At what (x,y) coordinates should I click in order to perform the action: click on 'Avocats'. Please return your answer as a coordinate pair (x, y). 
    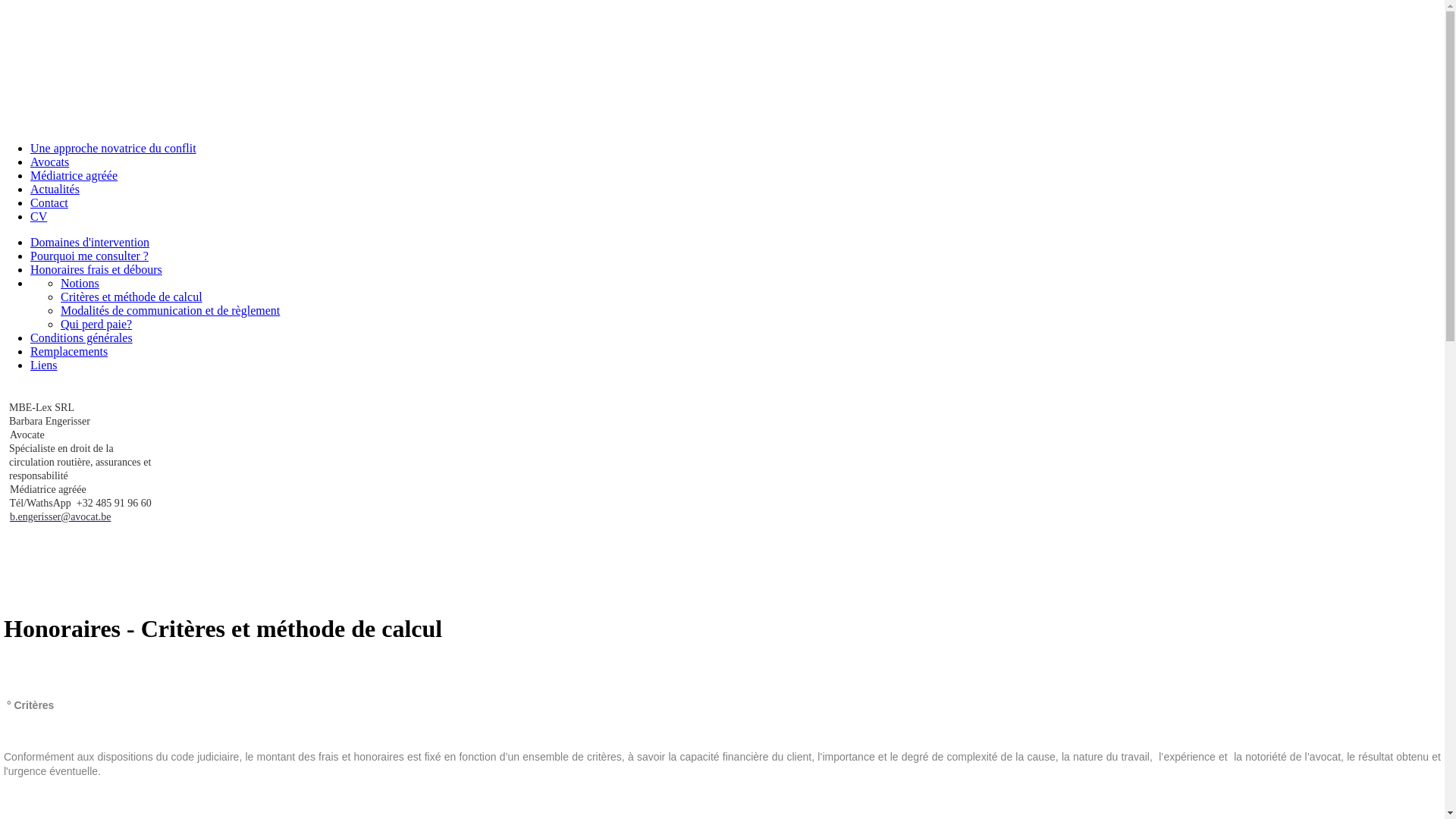
    Looking at the image, I should click on (49, 162).